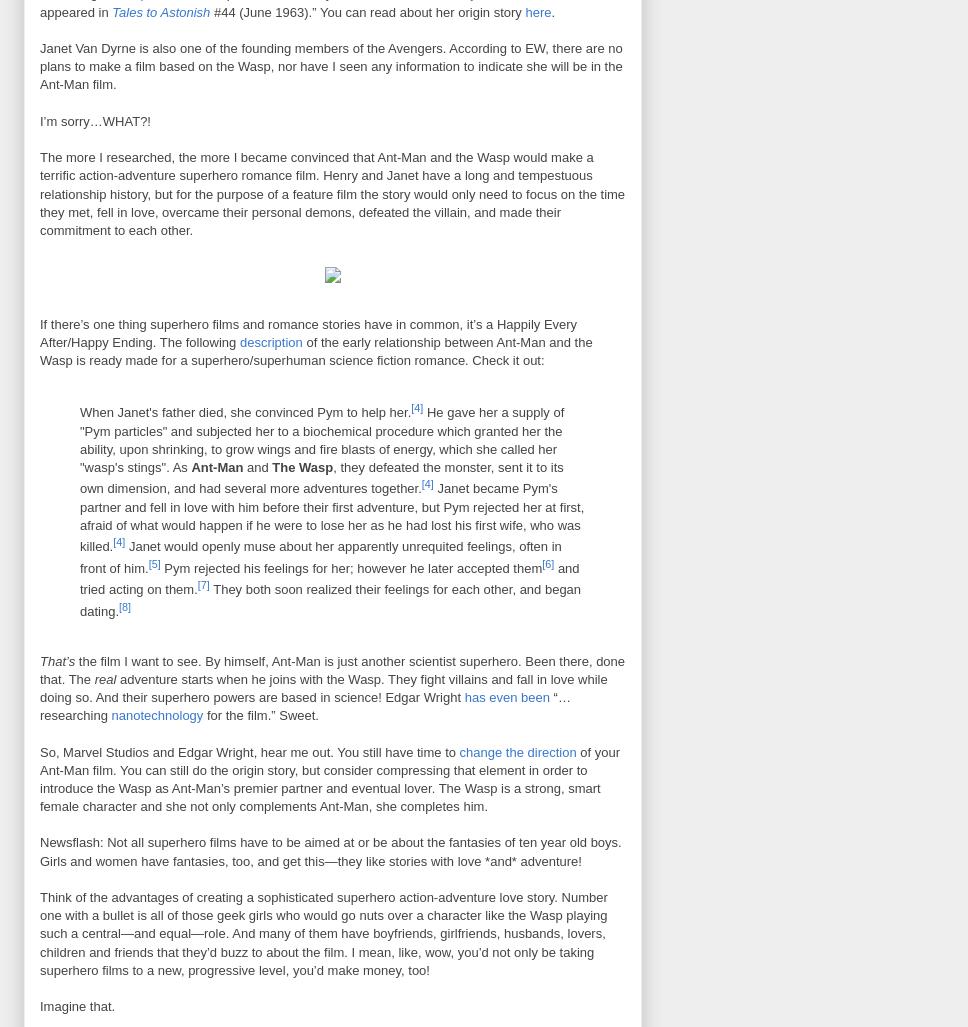  I want to click on 'The Wasp', so click(301, 467).